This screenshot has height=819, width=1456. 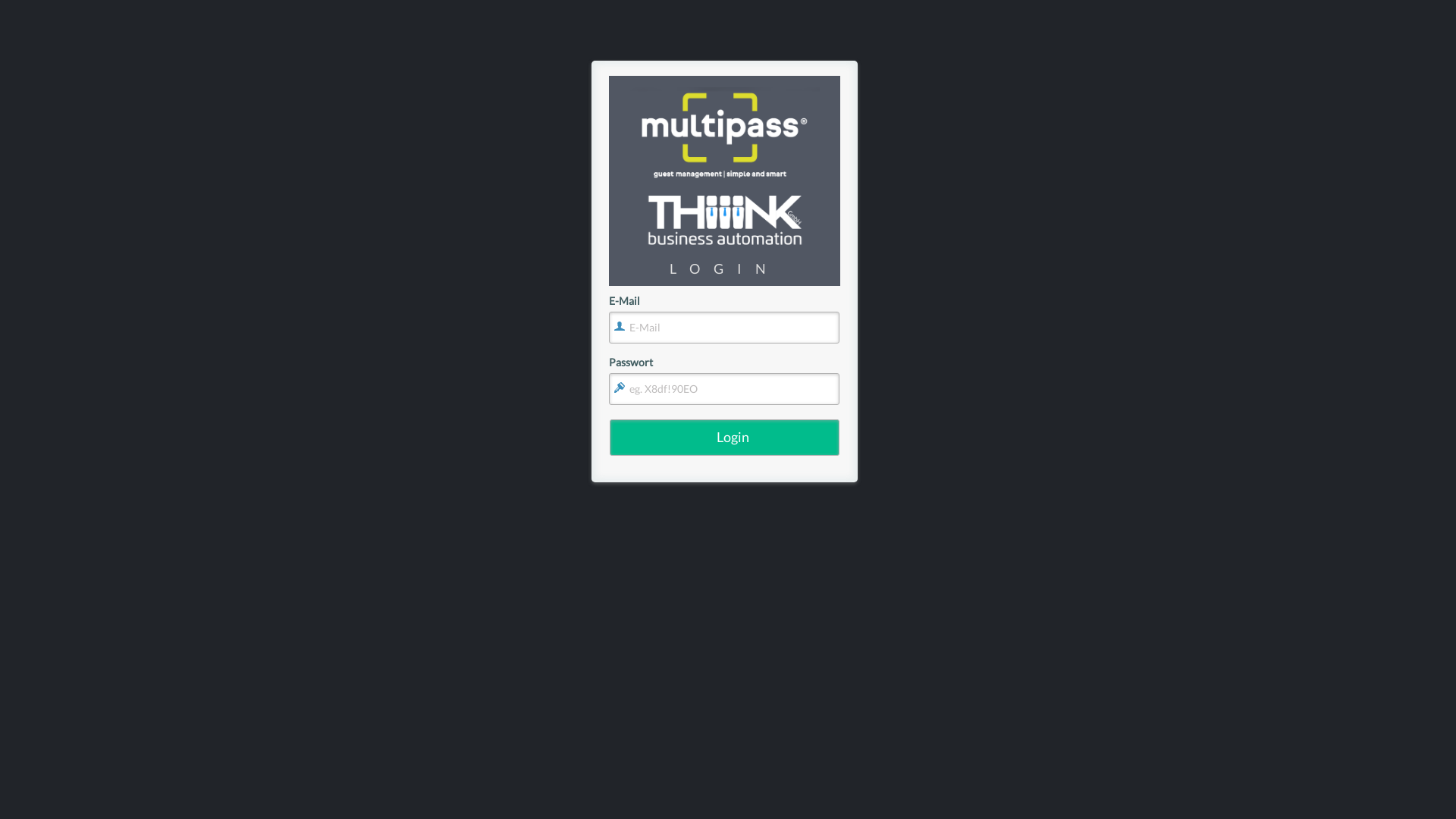 What do you see at coordinates (723, 438) in the screenshot?
I see `'Login'` at bounding box center [723, 438].